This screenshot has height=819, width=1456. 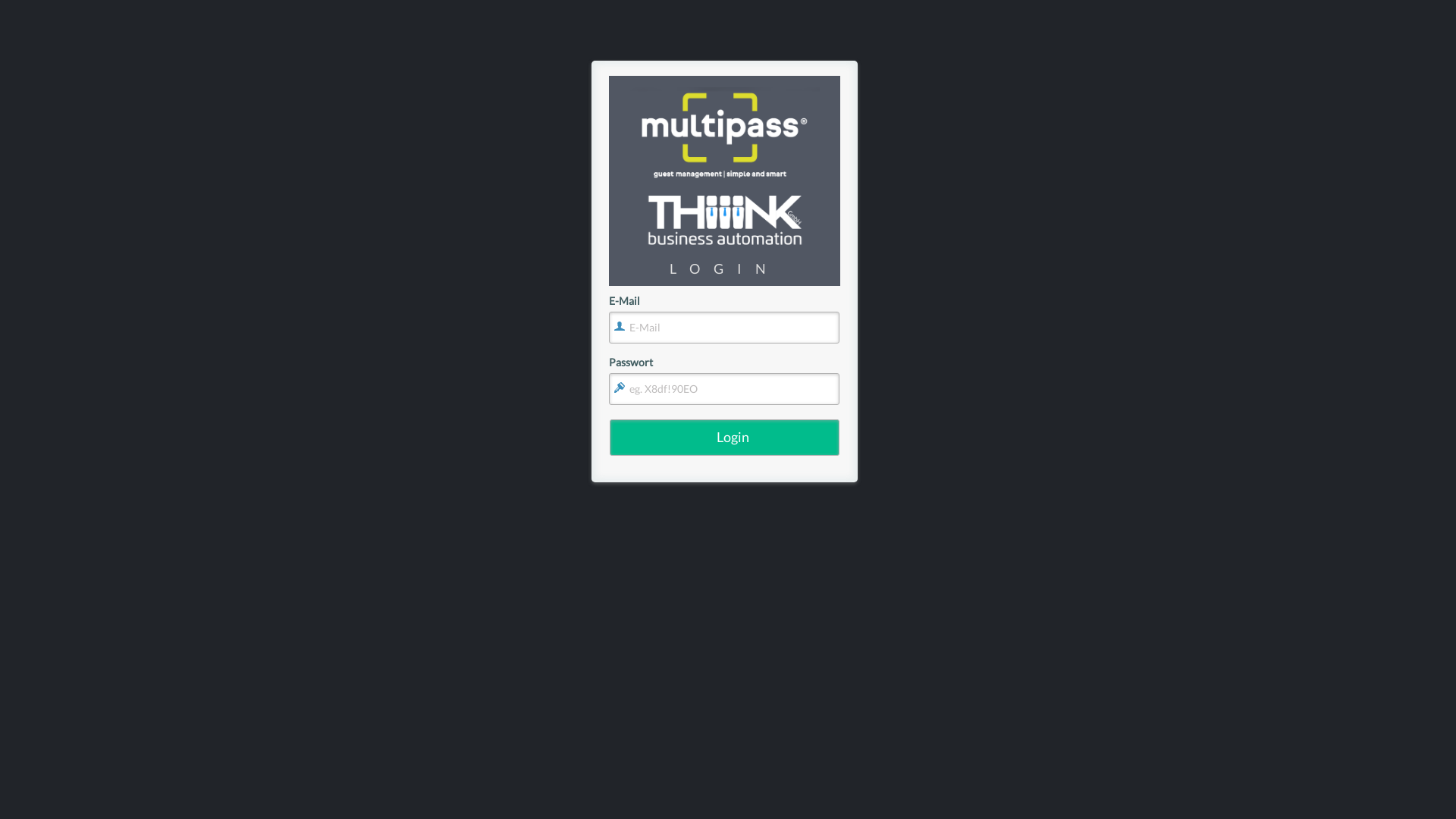 What do you see at coordinates (723, 438) in the screenshot?
I see `'Login'` at bounding box center [723, 438].